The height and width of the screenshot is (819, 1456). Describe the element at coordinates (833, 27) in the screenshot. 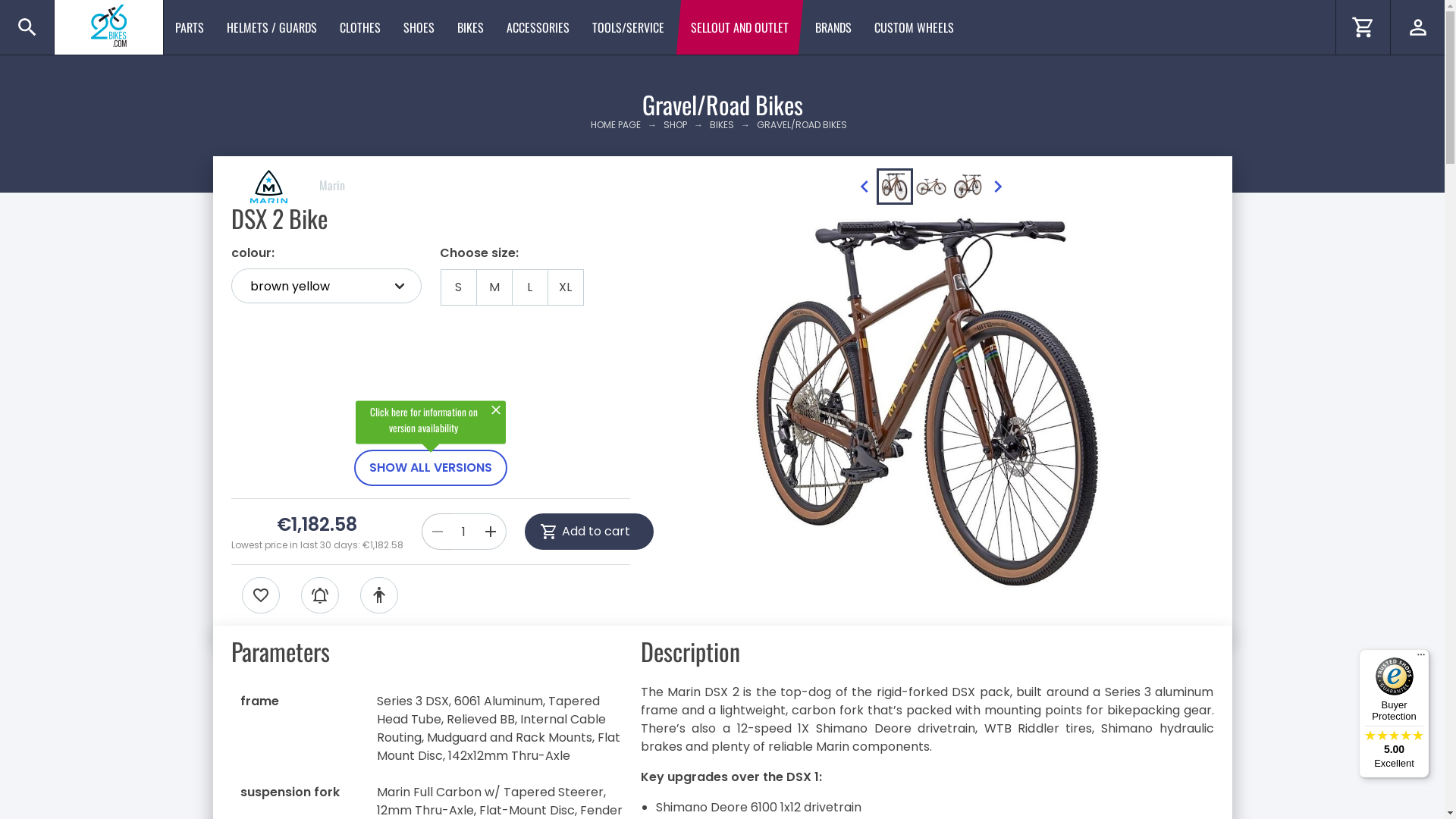

I see `'BRANDS'` at that location.